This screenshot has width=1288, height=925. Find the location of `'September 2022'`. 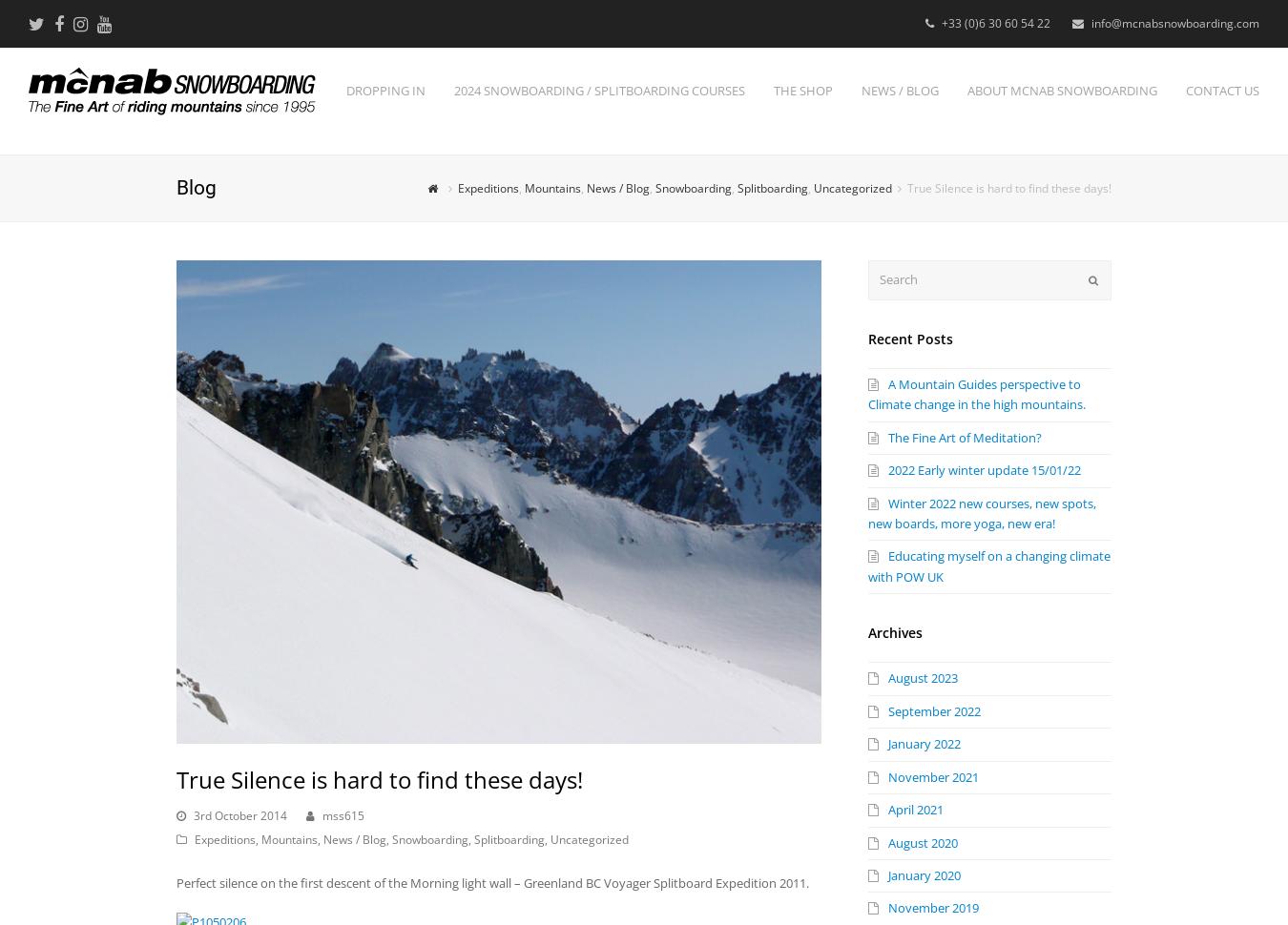

'September 2022' is located at coordinates (933, 709).